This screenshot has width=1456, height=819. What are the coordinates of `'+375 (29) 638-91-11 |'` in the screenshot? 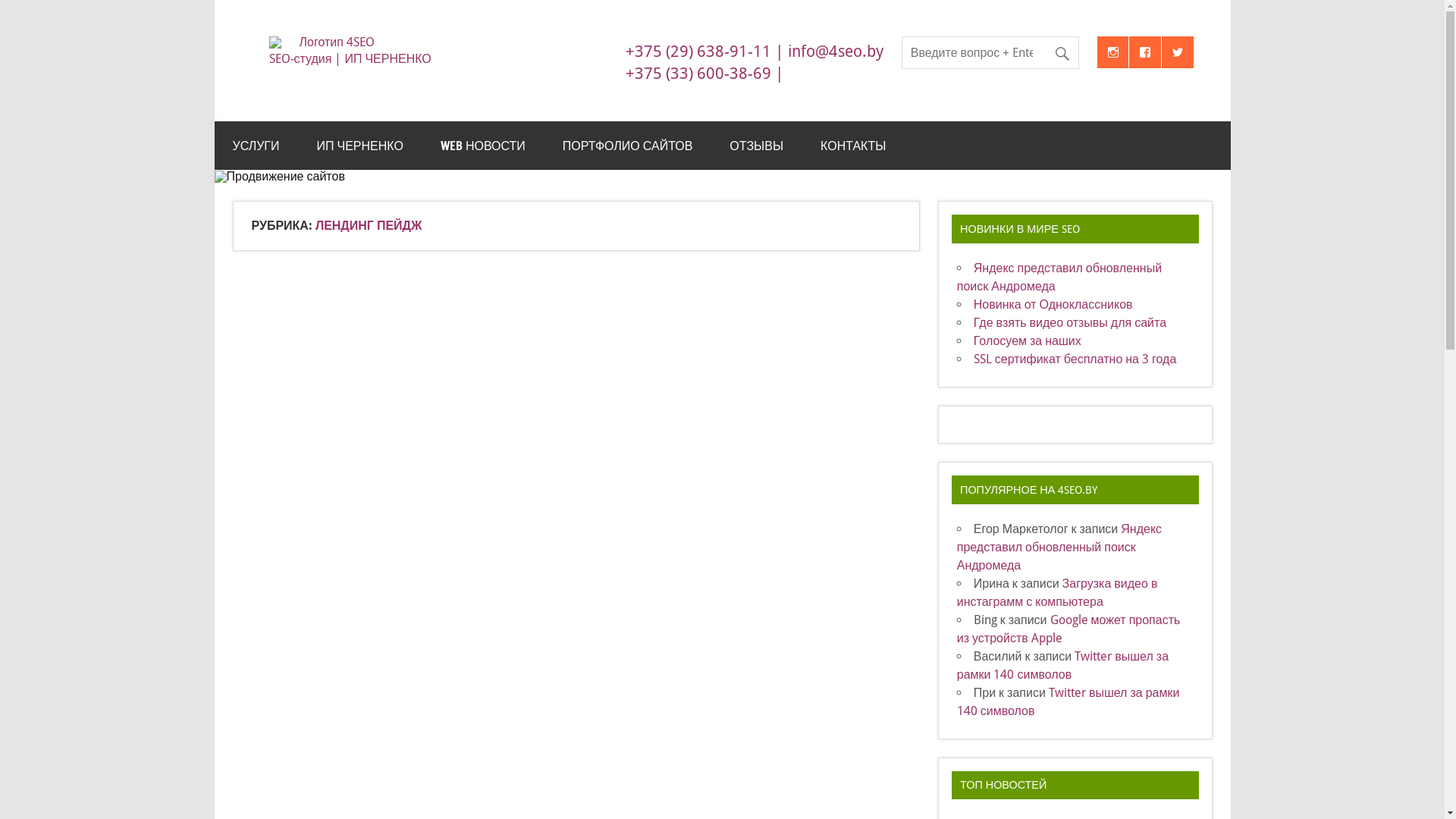 It's located at (704, 51).